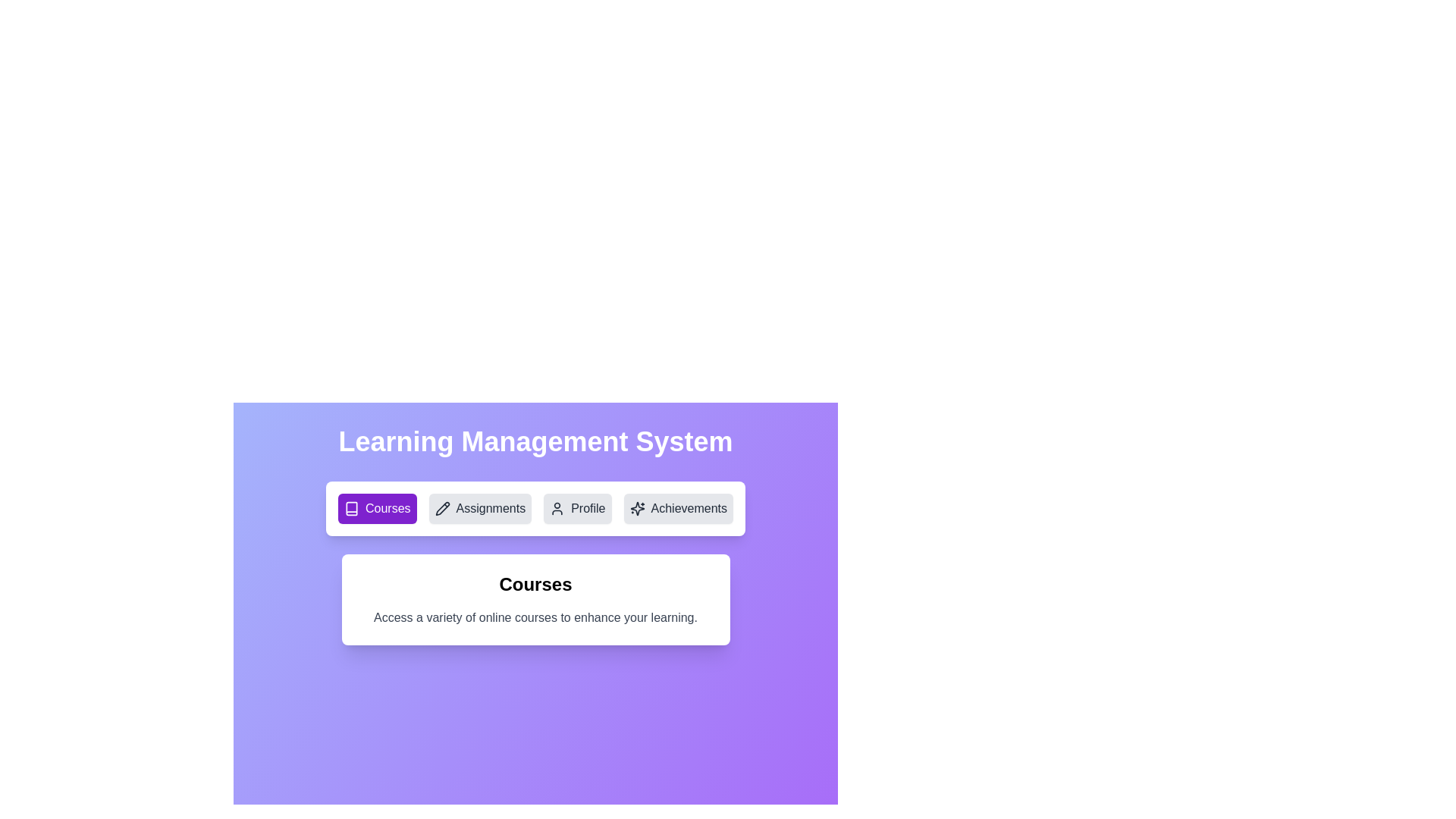  Describe the element at coordinates (576, 509) in the screenshot. I see `the Profile tab to observe its hover effect` at that location.